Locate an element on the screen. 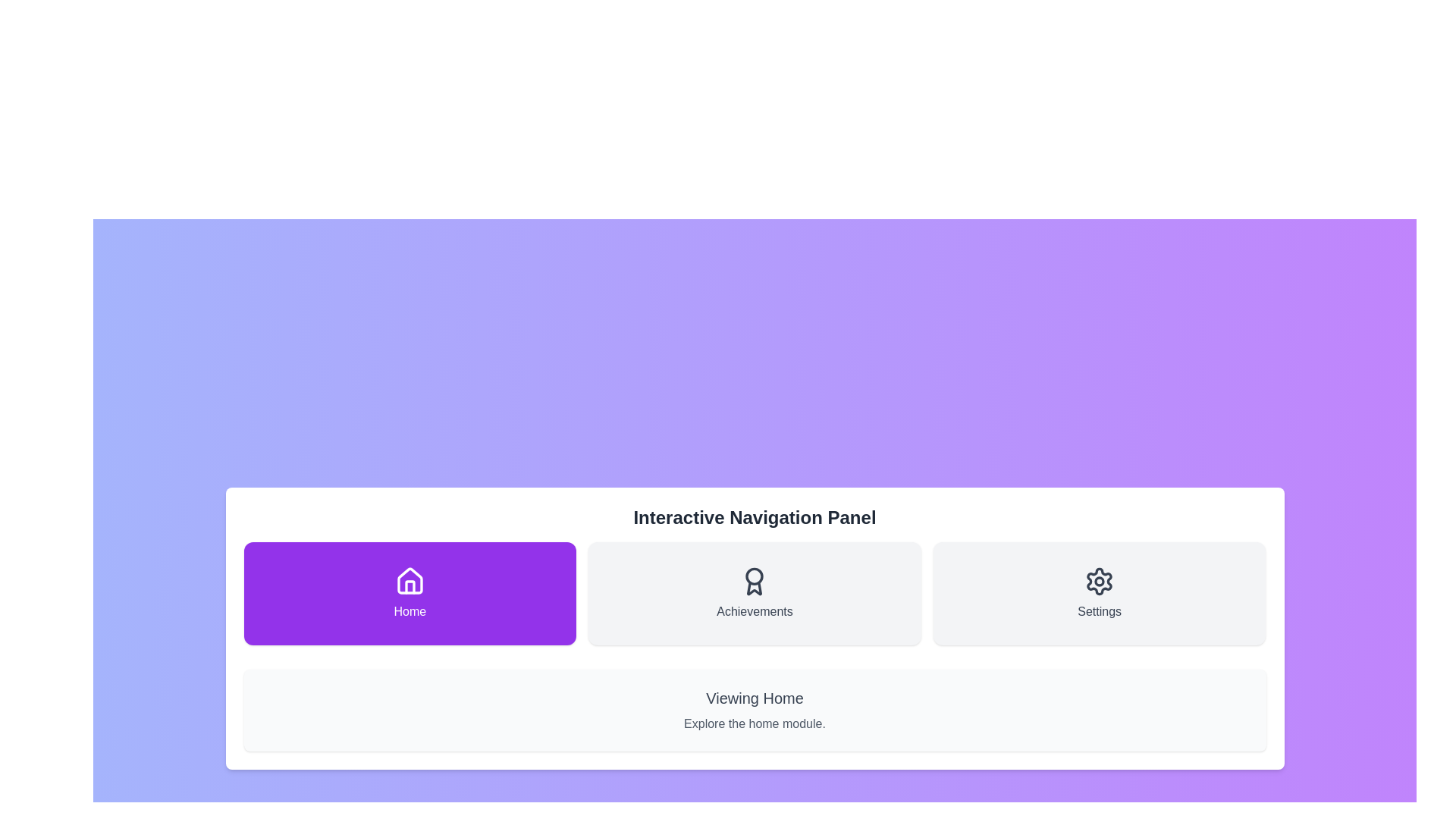  the small circle located at the center of the gear-shaped settings icon in the top-right corner of the interactive navigation panel is located at coordinates (1100, 581).